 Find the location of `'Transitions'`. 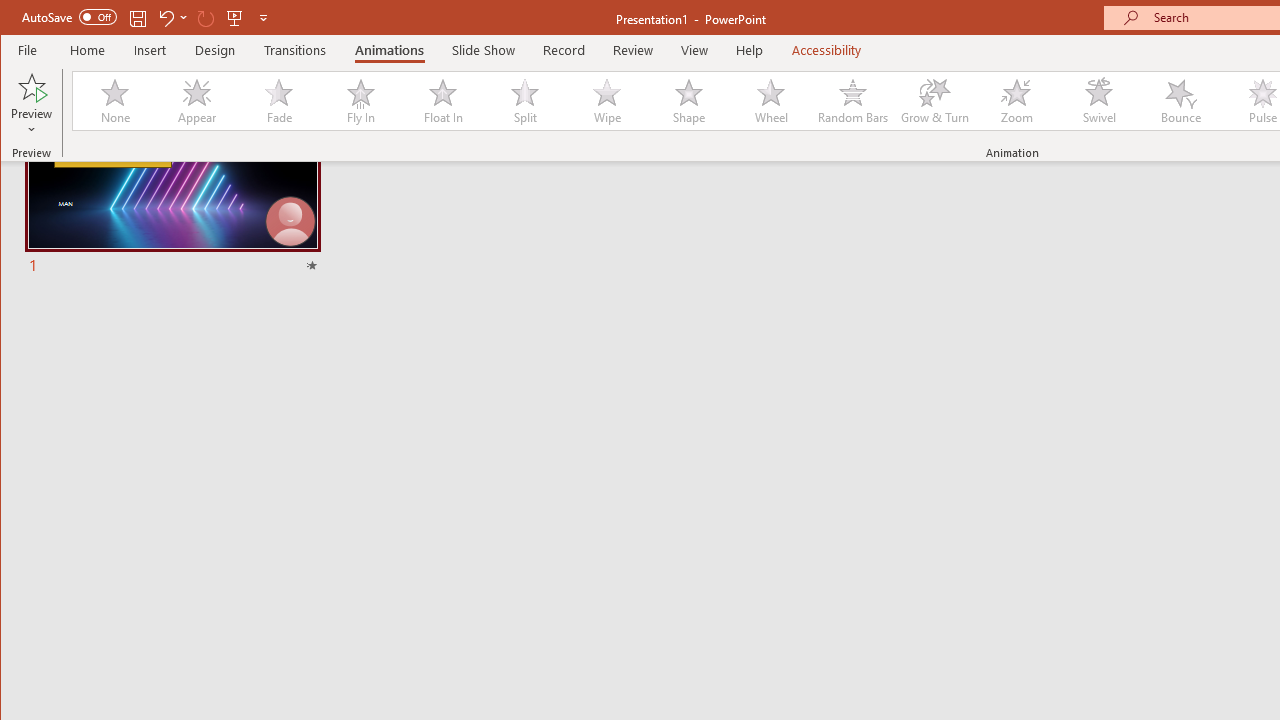

'Transitions' is located at coordinates (294, 49).